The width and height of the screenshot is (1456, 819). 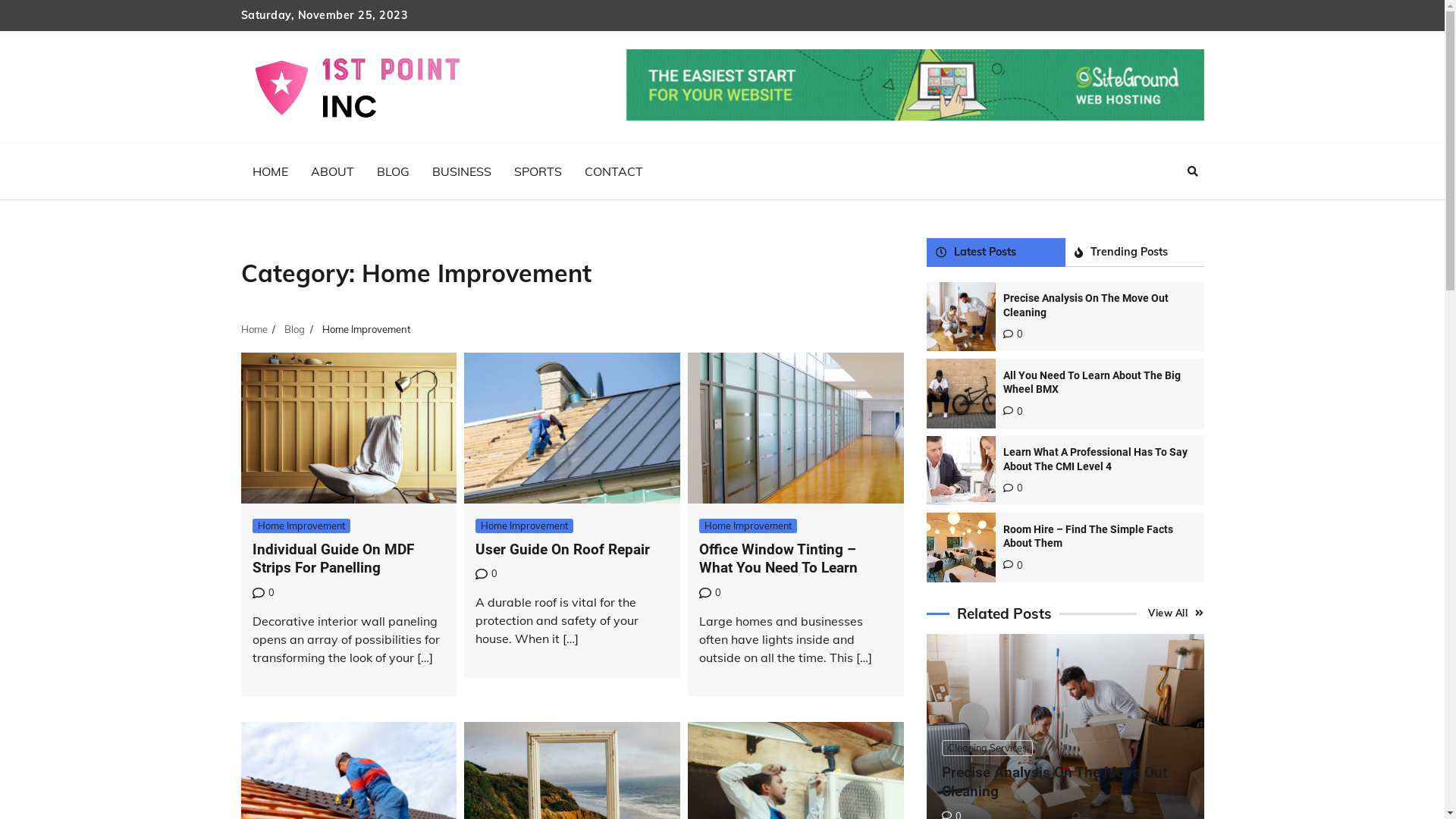 I want to click on 'ABOUT', so click(x=331, y=171).